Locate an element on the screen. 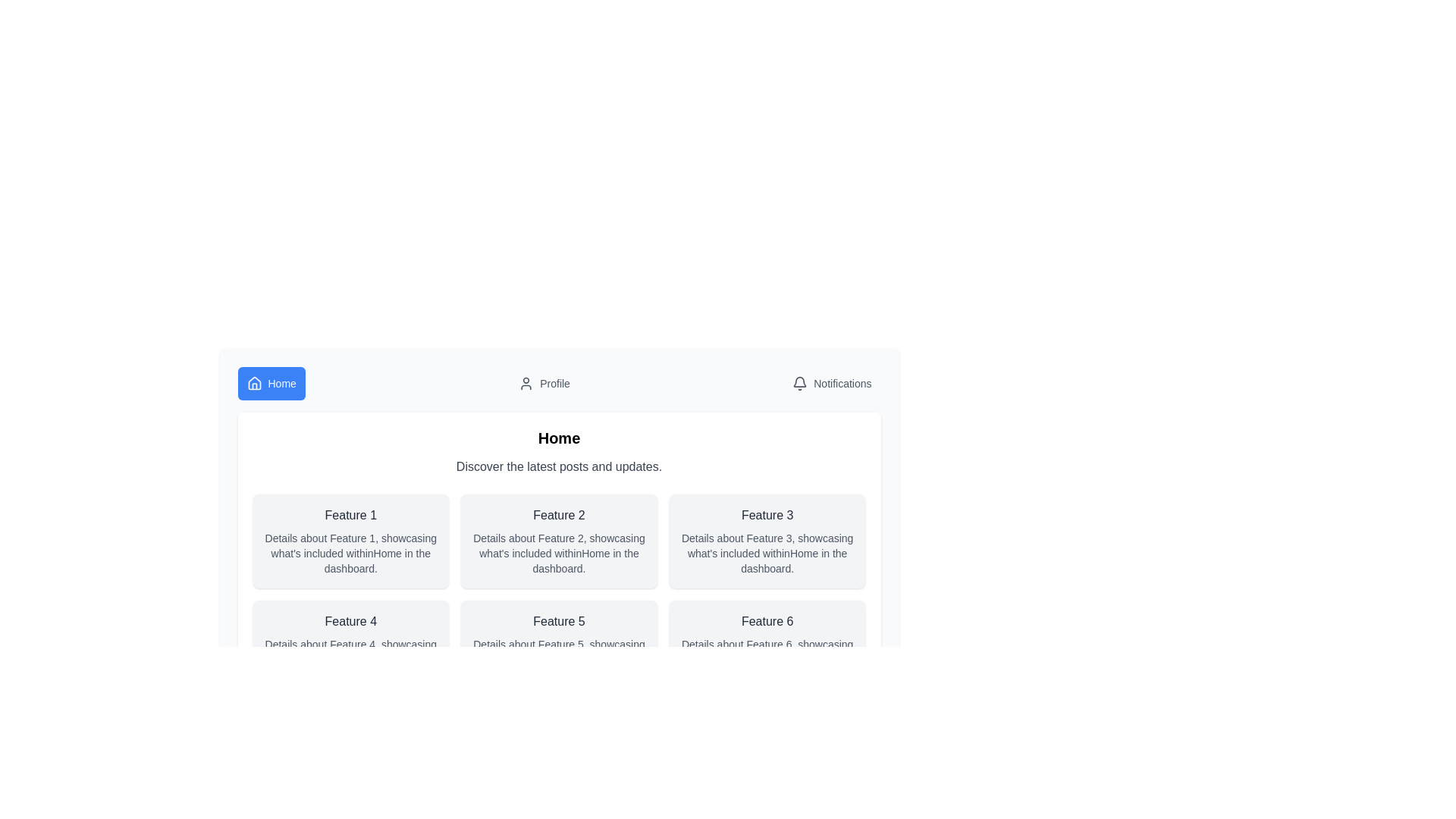 The image size is (1456, 819). the 'Notifications' button, which is the third button in a group of three, styled with a rounded rectangle shape and a bell icon is located at coordinates (831, 382).